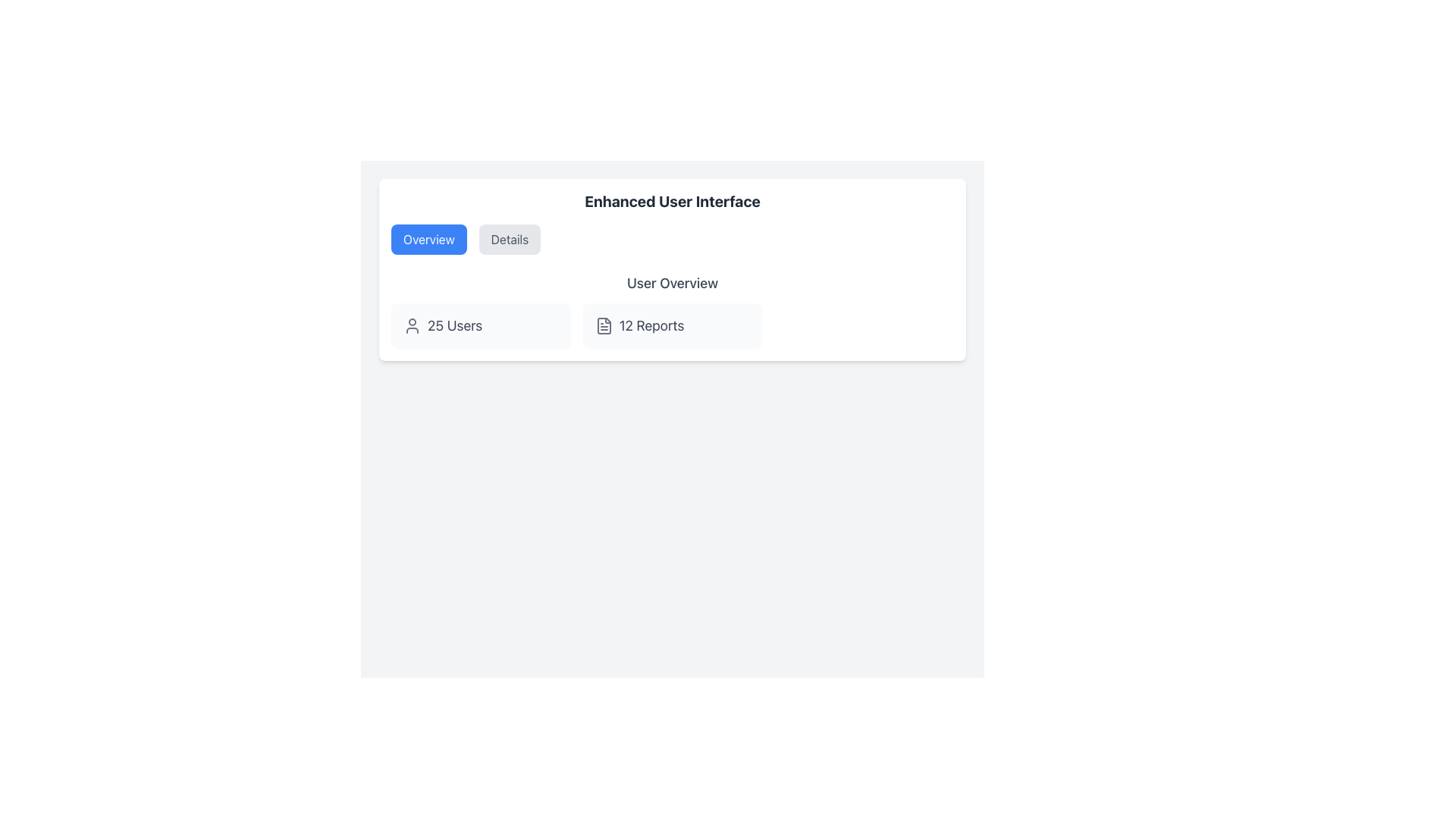  I want to click on the button located to the right of the 'Overview' button, so click(510, 239).